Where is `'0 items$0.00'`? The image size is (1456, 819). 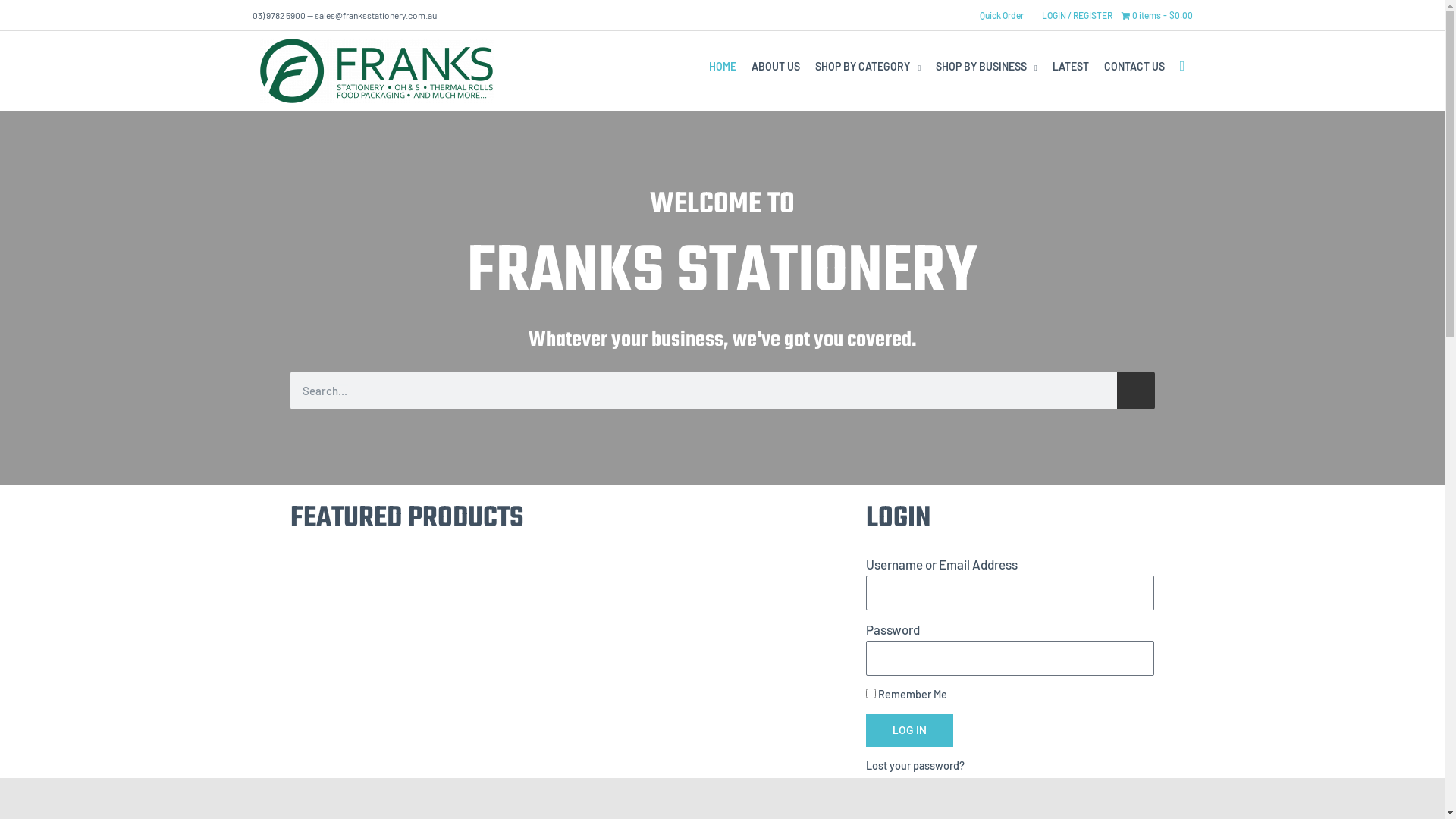 '0 items$0.00' is located at coordinates (1156, 14).